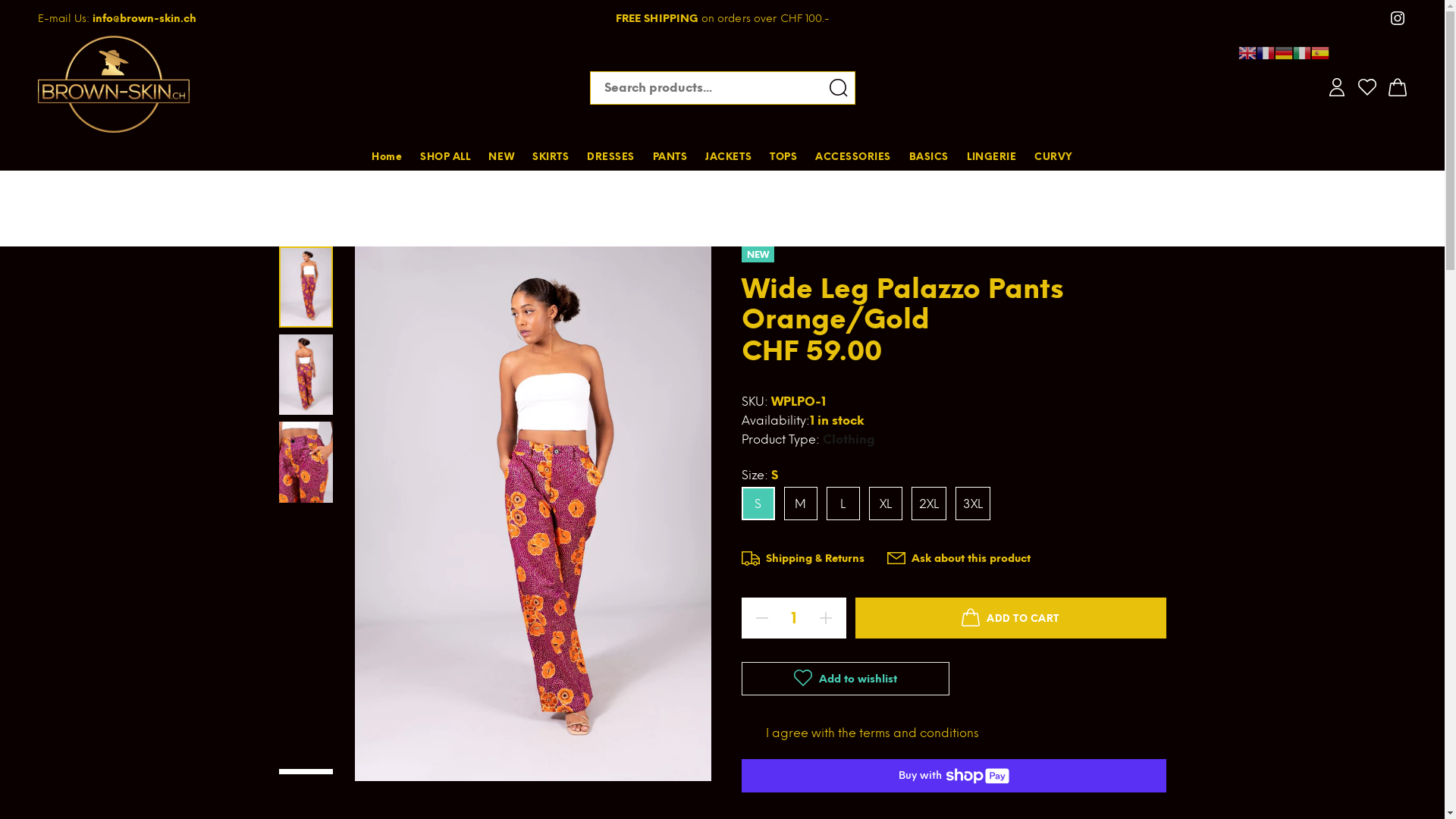 The height and width of the screenshot is (819, 1456). I want to click on 'Shipping & Returns', so click(802, 559).